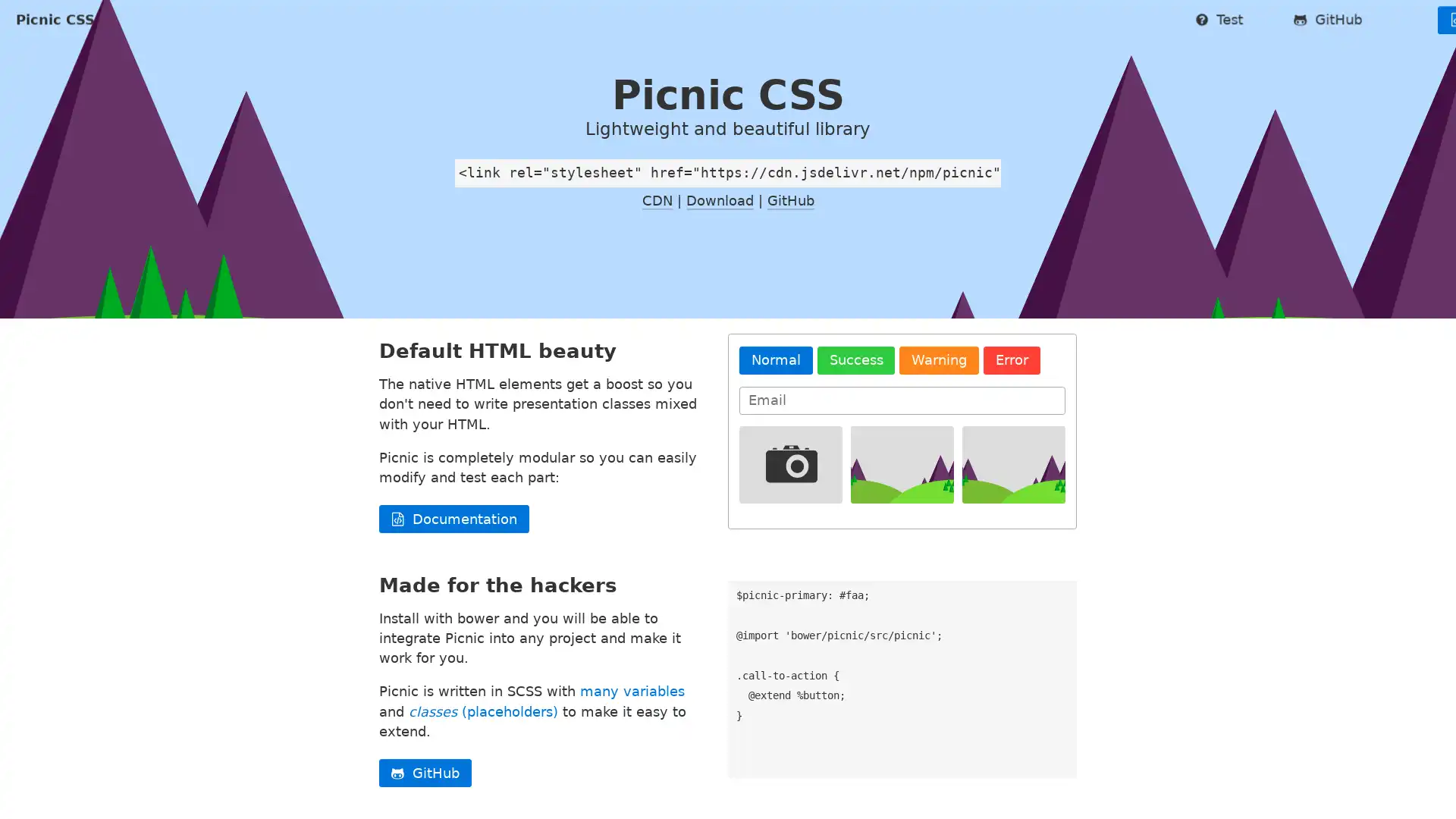  What do you see at coordinates (855, 404) in the screenshot?
I see `Success` at bounding box center [855, 404].